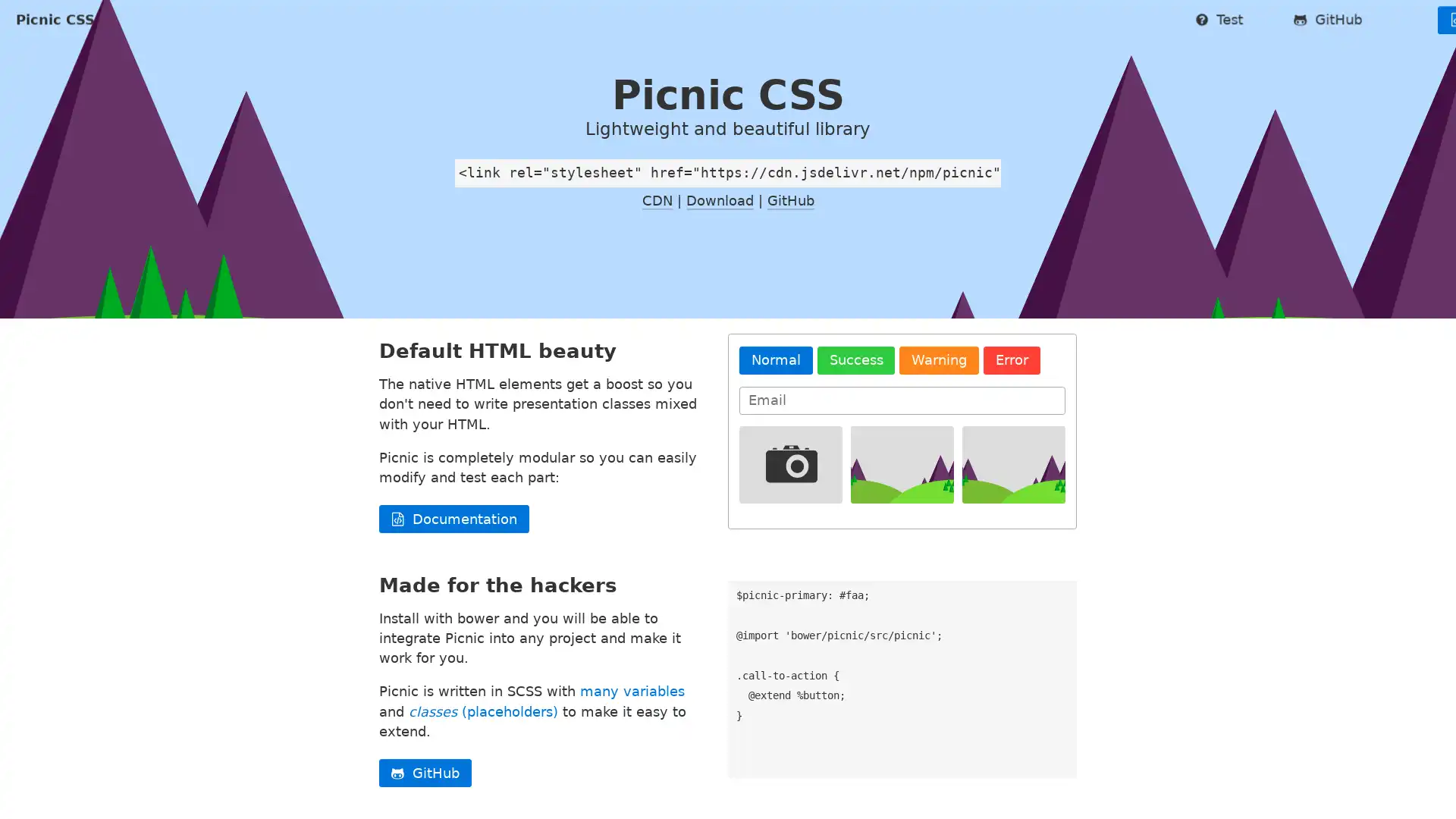  What do you see at coordinates (855, 404) in the screenshot?
I see `Success` at bounding box center [855, 404].